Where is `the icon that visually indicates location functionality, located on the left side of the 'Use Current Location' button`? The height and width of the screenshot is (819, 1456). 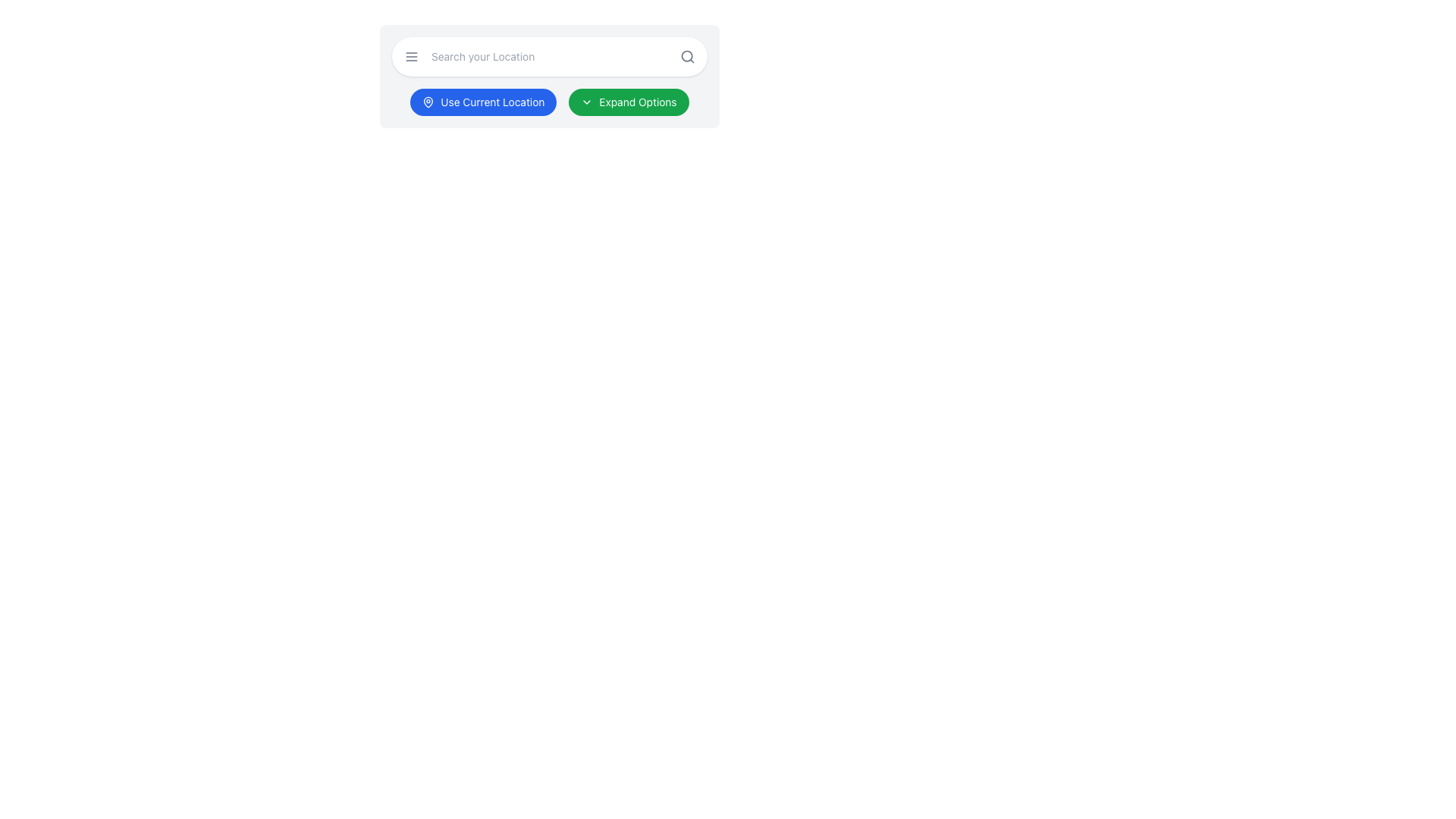 the icon that visually indicates location functionality, located on the left side of the 'Use Current Location' button is located at coordinates (428, 102).